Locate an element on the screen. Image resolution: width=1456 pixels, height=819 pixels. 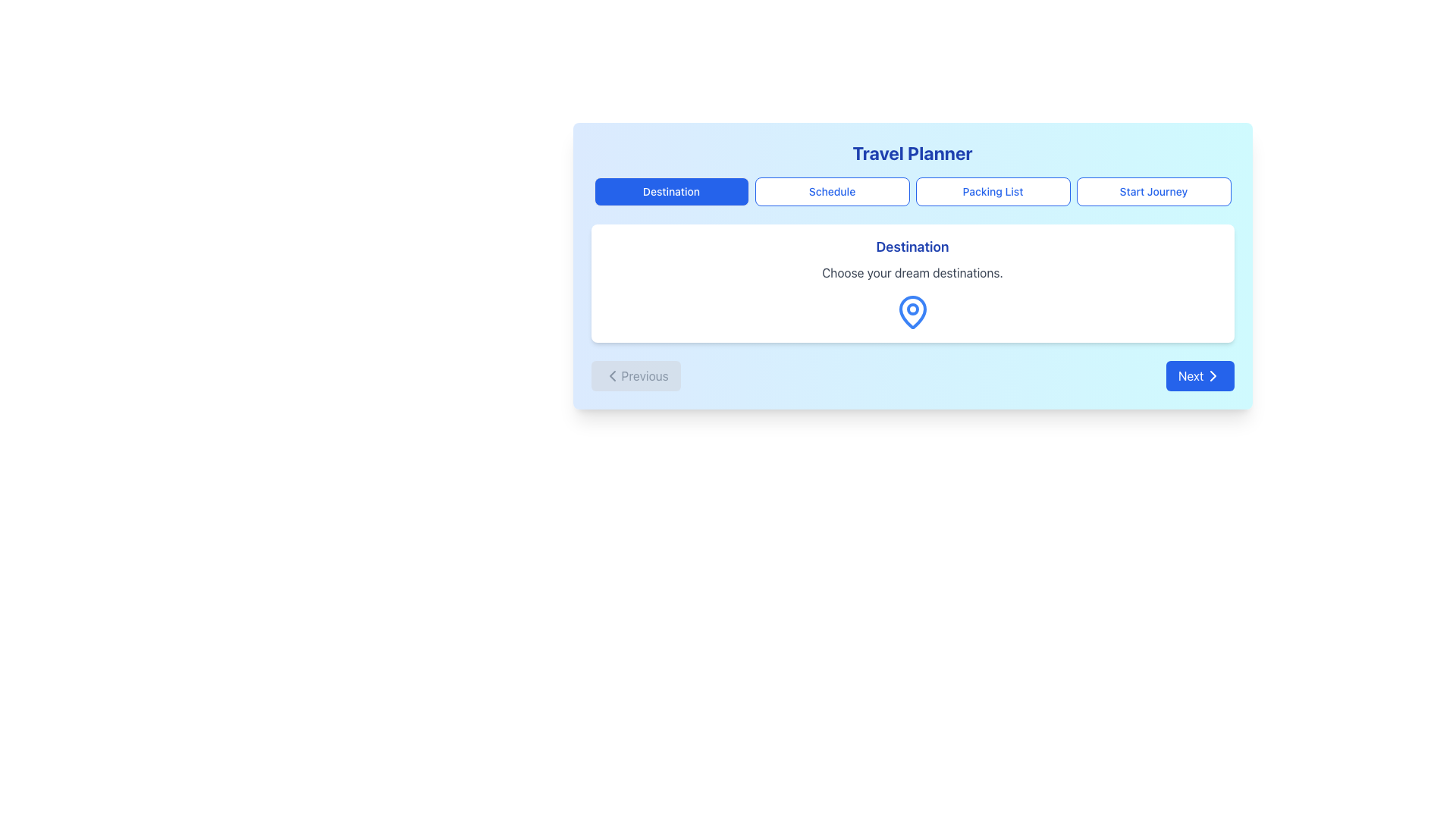
the Informational Card that displays information about selecting travel destinations, located at the center of the 'Travel Planner' panel below the navigation bar is located at coordinates (912, 284).